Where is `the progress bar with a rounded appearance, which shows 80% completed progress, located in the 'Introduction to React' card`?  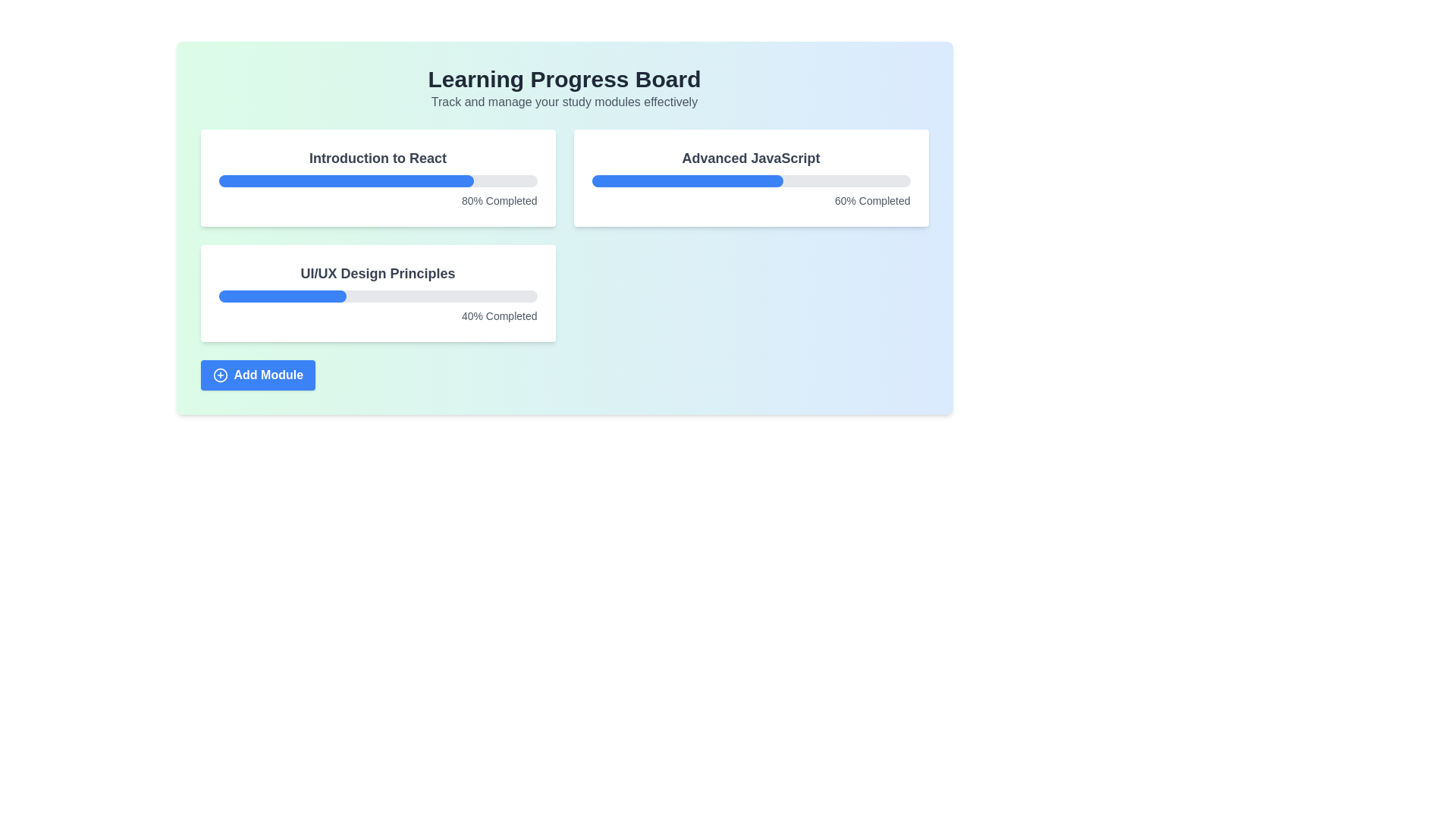
the progress bar with a rounded appearance, which shows 80% completed progress, located in the 'Introduction to React' card is located at coordinates (378, 180).